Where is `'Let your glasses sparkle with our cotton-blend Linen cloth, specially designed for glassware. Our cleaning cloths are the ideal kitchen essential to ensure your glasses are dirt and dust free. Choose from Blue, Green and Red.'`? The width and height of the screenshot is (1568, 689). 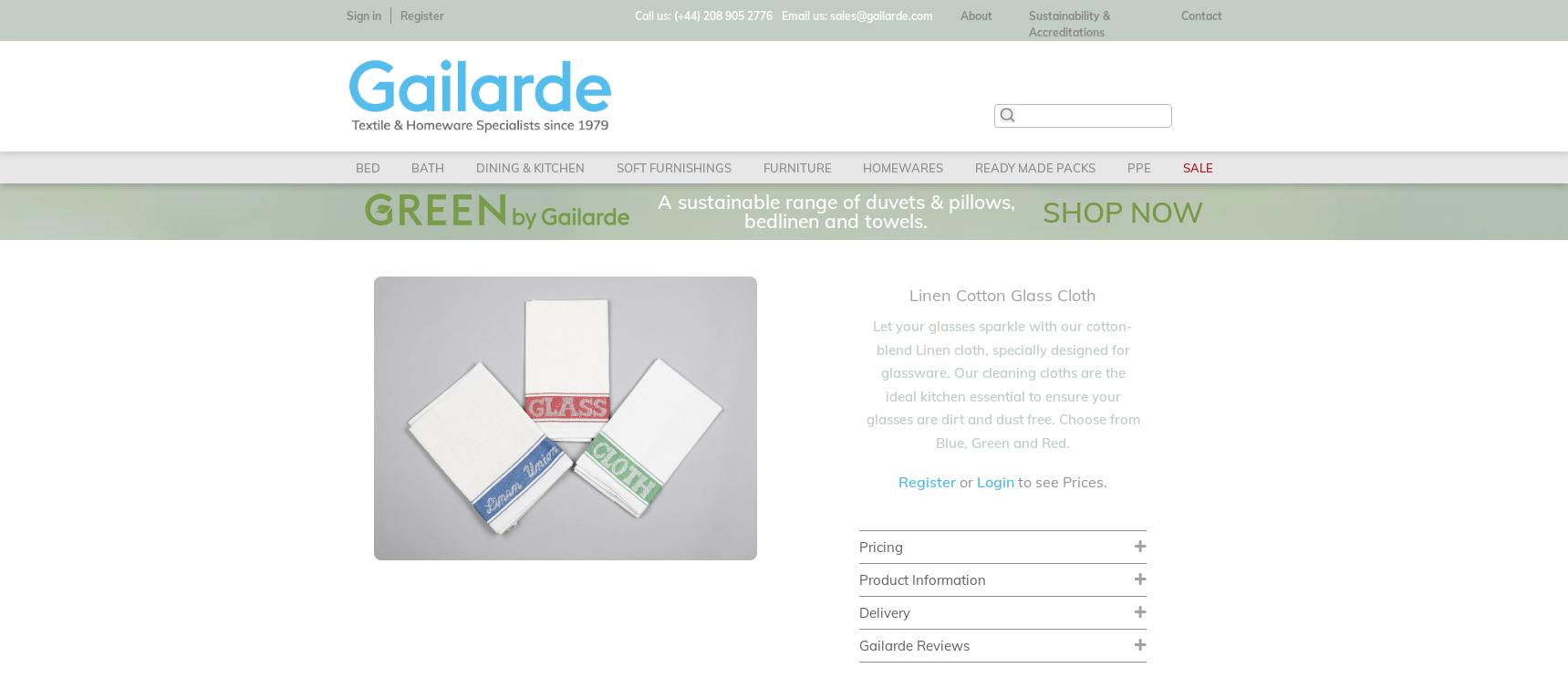
'Let your glasses sparkle with our cotton-blend Linen cloth, specially designed for glassware. Our cleaning cloths are the ideal kitchen essential to ensure your glasses are dirt and dust free. Choose from Blue, Green and Red.' is located at coordinates (865, 382).